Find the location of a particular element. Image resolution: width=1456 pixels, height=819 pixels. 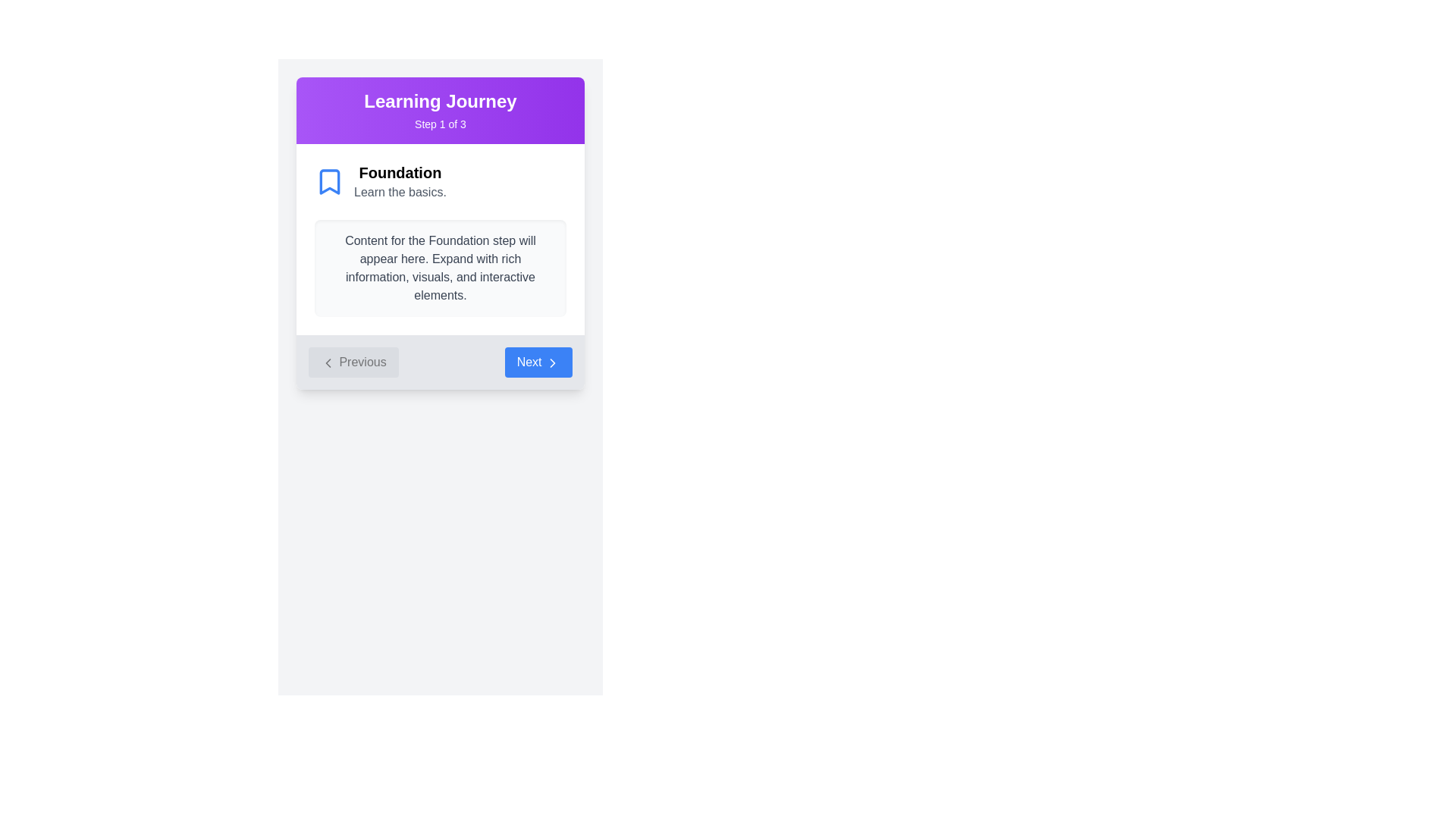

styling elements of the label or banner that describes the learning step 'Foundation' with the explanation 'Learn the basics.' is located at coordinates (439, 180).